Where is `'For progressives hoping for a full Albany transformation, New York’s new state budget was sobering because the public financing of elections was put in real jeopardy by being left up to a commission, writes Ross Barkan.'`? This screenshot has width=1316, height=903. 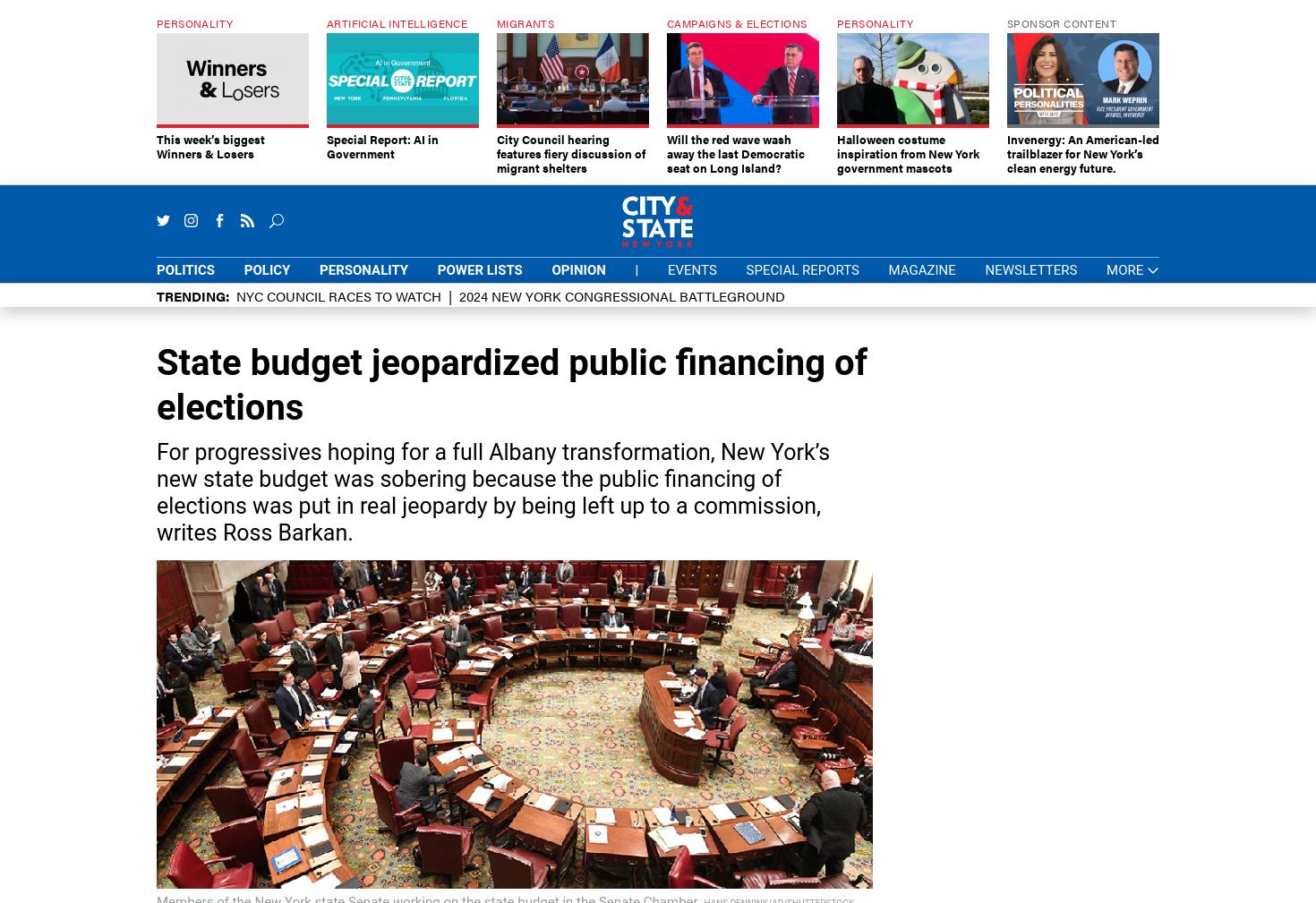
'For progressives hoping for a full Albany transformation, New York’s new state budget was sobering because the public financing of elections was put in real jeopardy by being left up to a commission, writes Ross Barkan.' is located at coordinates (491, 492).